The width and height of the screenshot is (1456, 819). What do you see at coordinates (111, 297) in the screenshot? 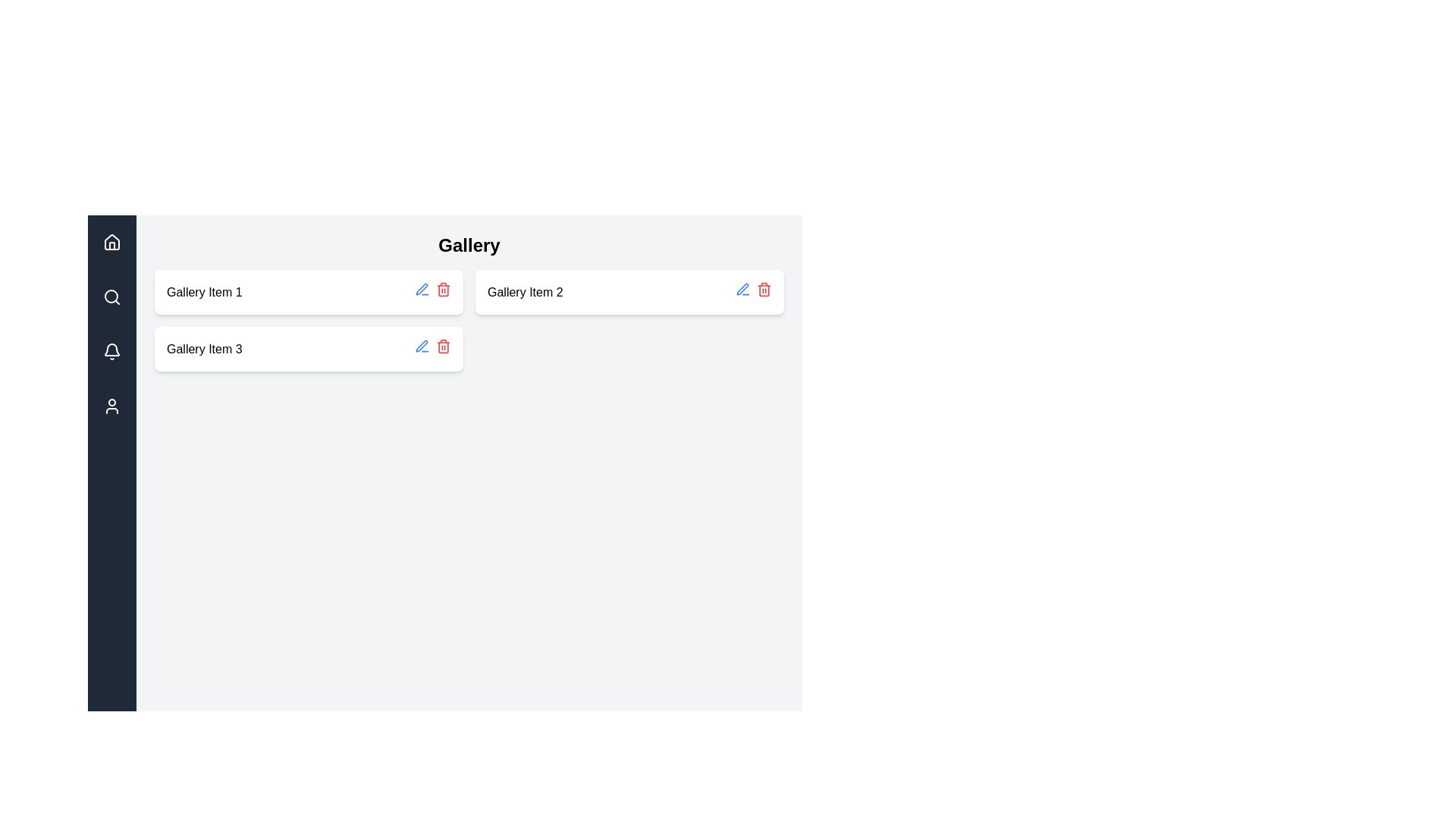
I see `the round search button with a magnifying glass icon located in the sidebar, positioned between the home icon and the bell icon, to initiate the search` at bounding box center [111, 297].